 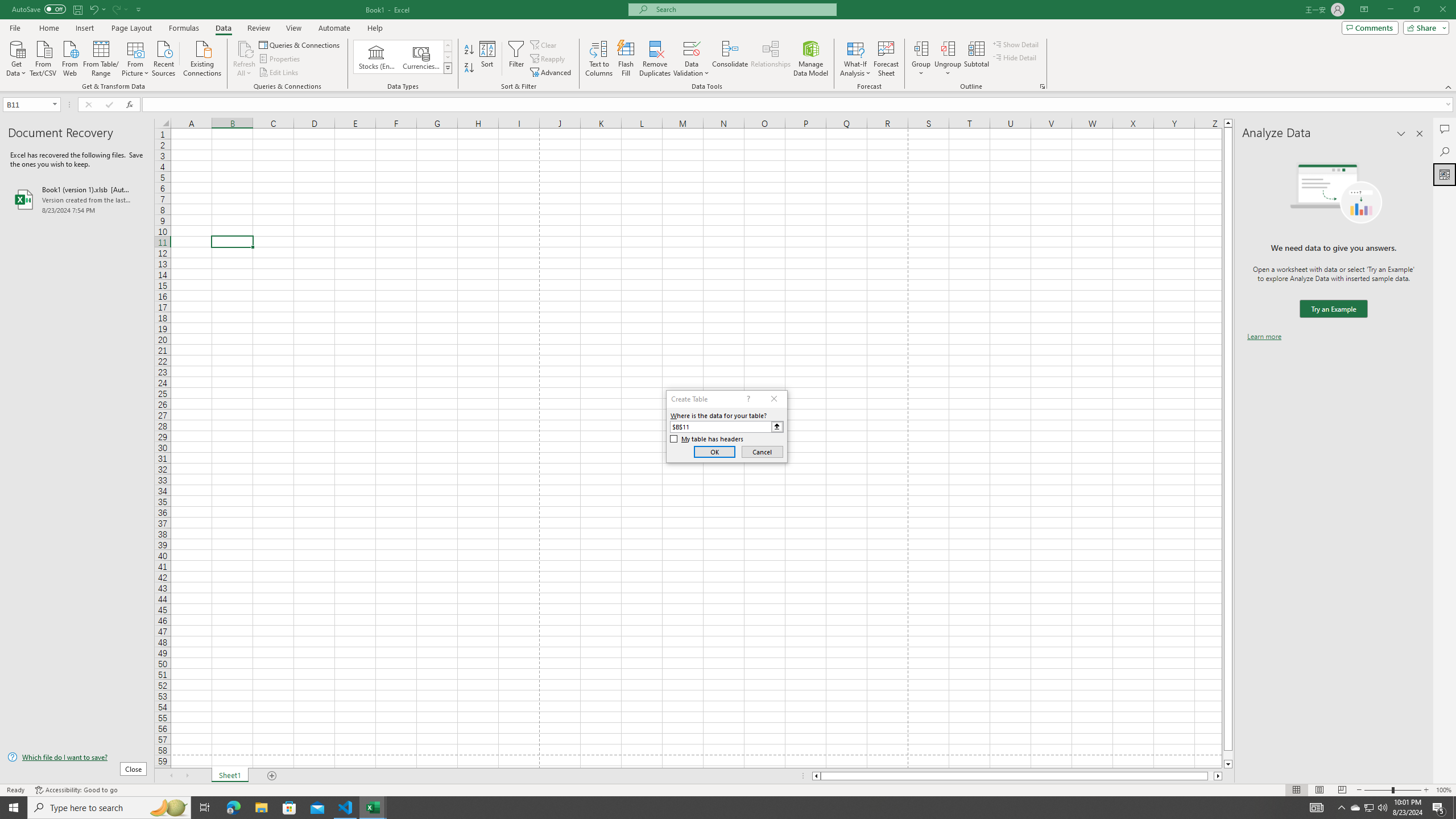 I want to click on 'Task Pane Options', so click(x=1401, y=133).